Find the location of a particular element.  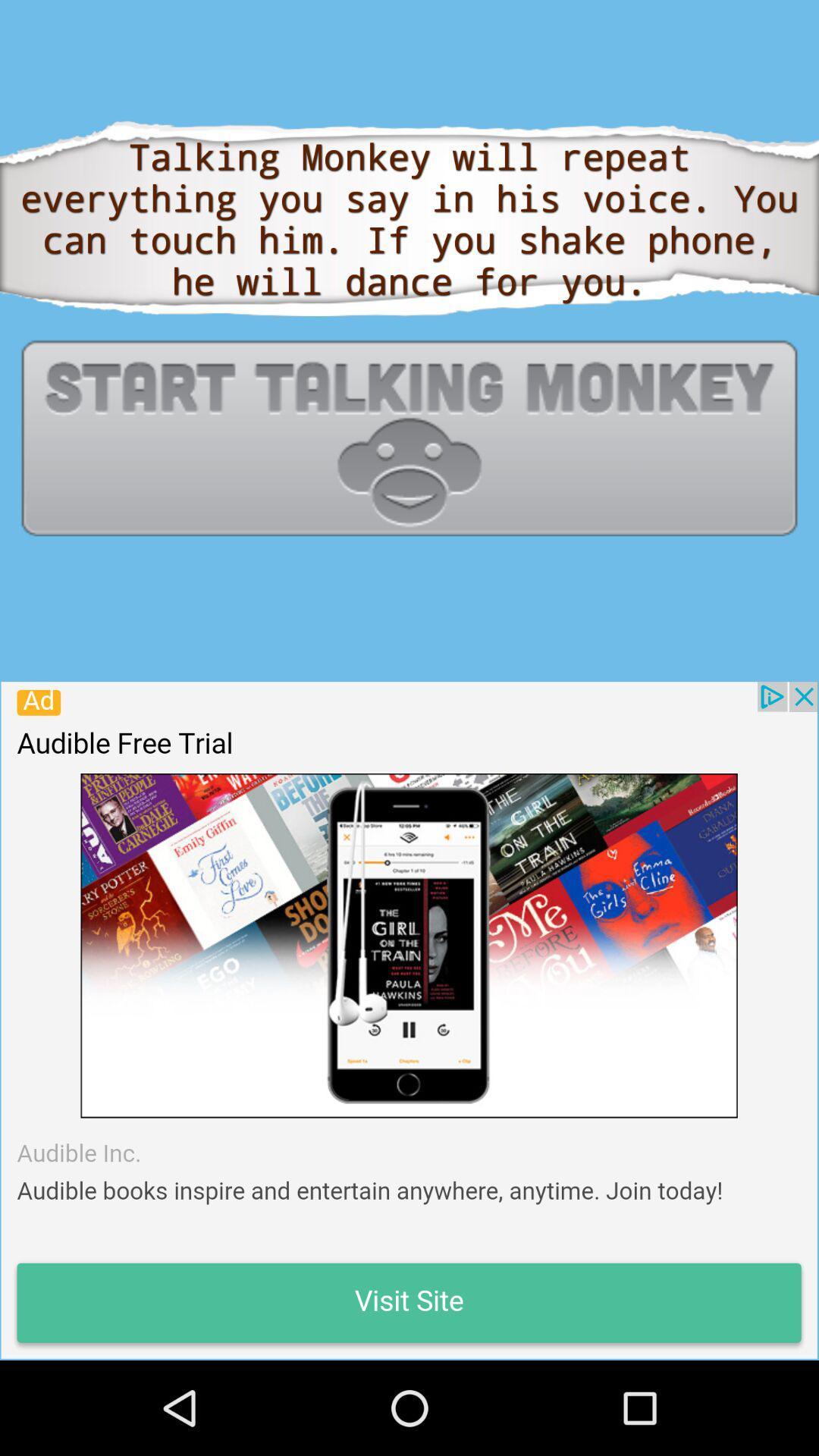

start program is located at coordinates (409, 437).